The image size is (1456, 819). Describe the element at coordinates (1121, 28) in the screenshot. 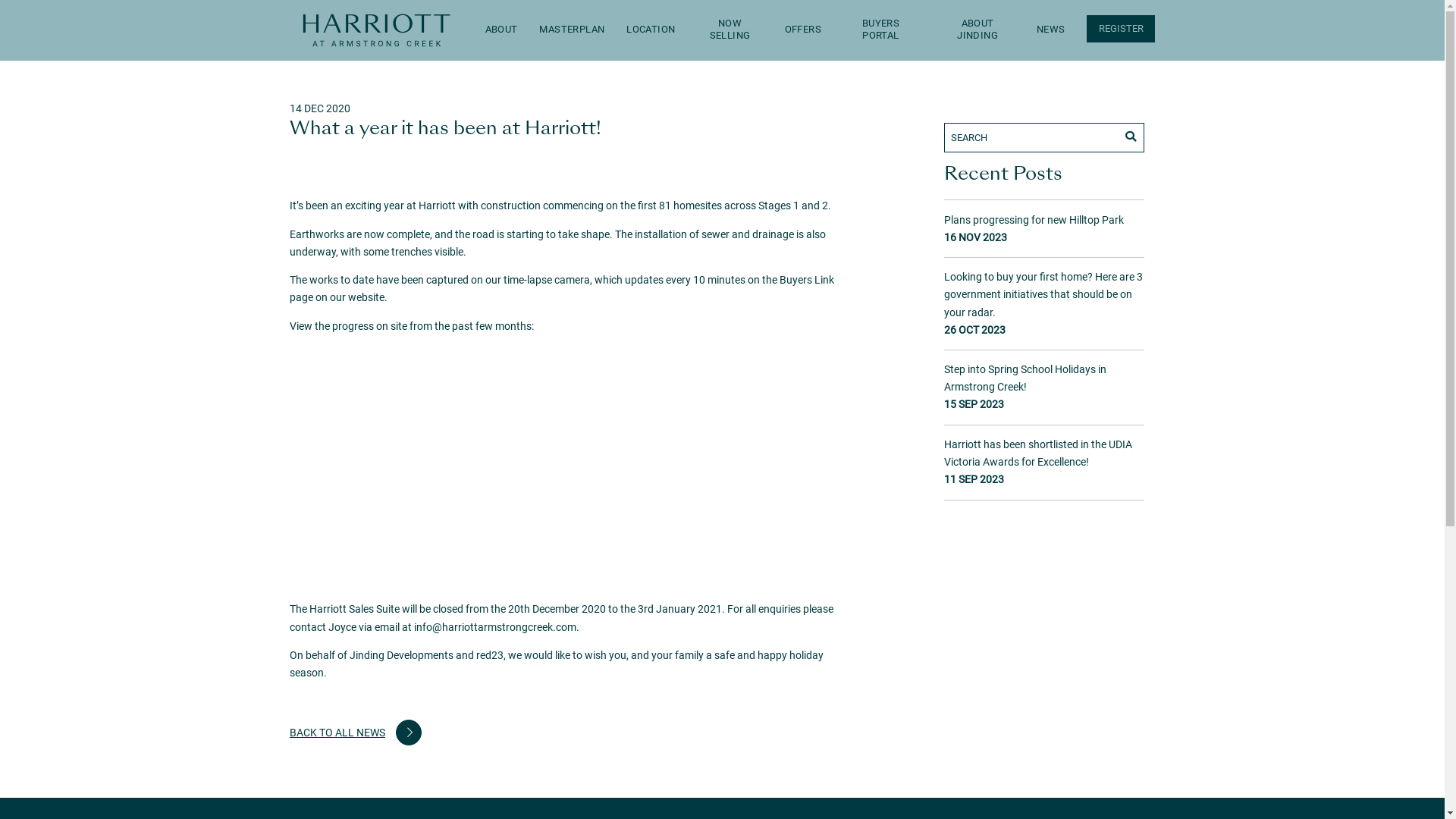

I see `'REGISTER'` at that location.